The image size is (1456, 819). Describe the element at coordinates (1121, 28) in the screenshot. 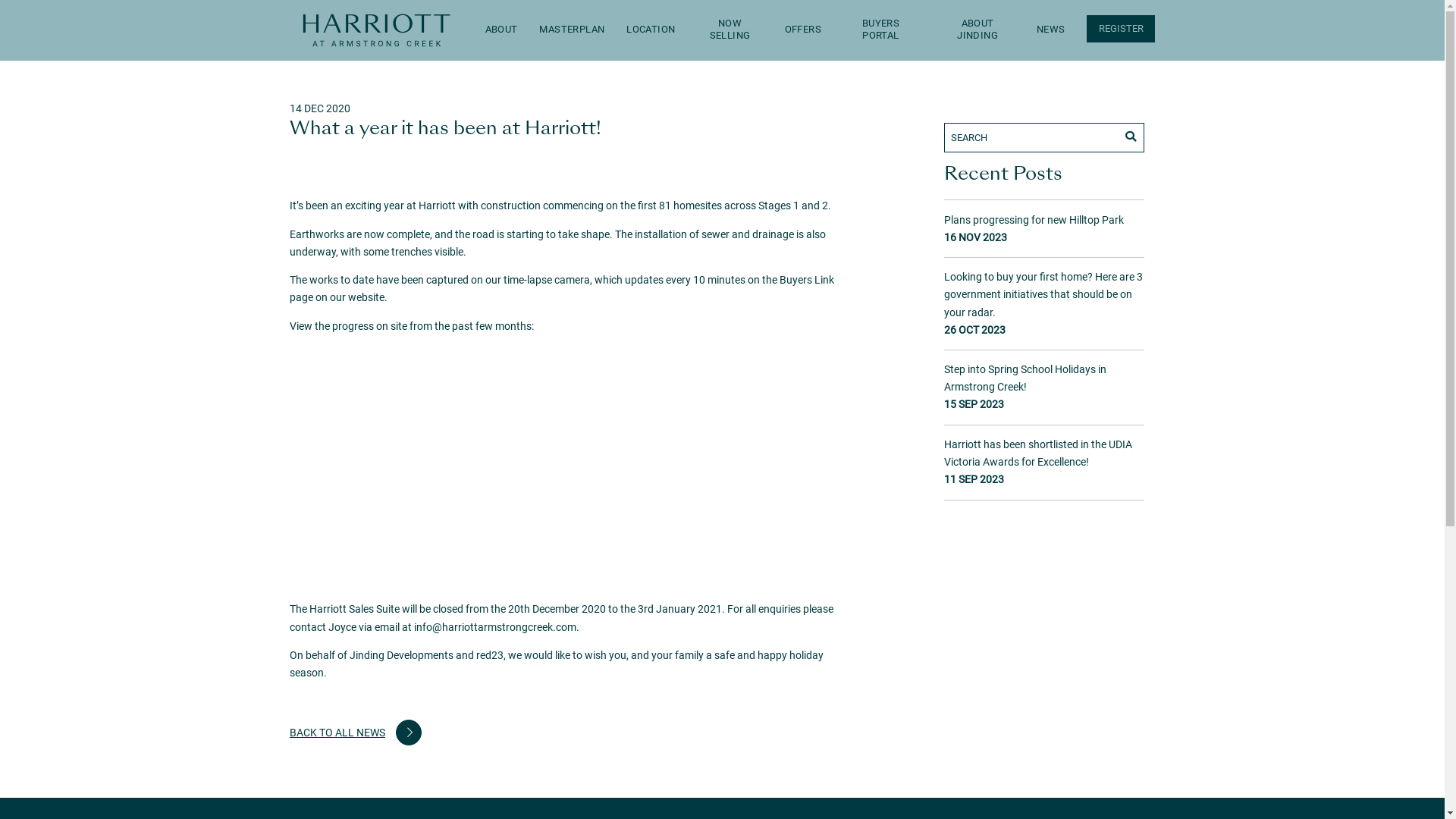

I see `'REGISTER'` at that location.